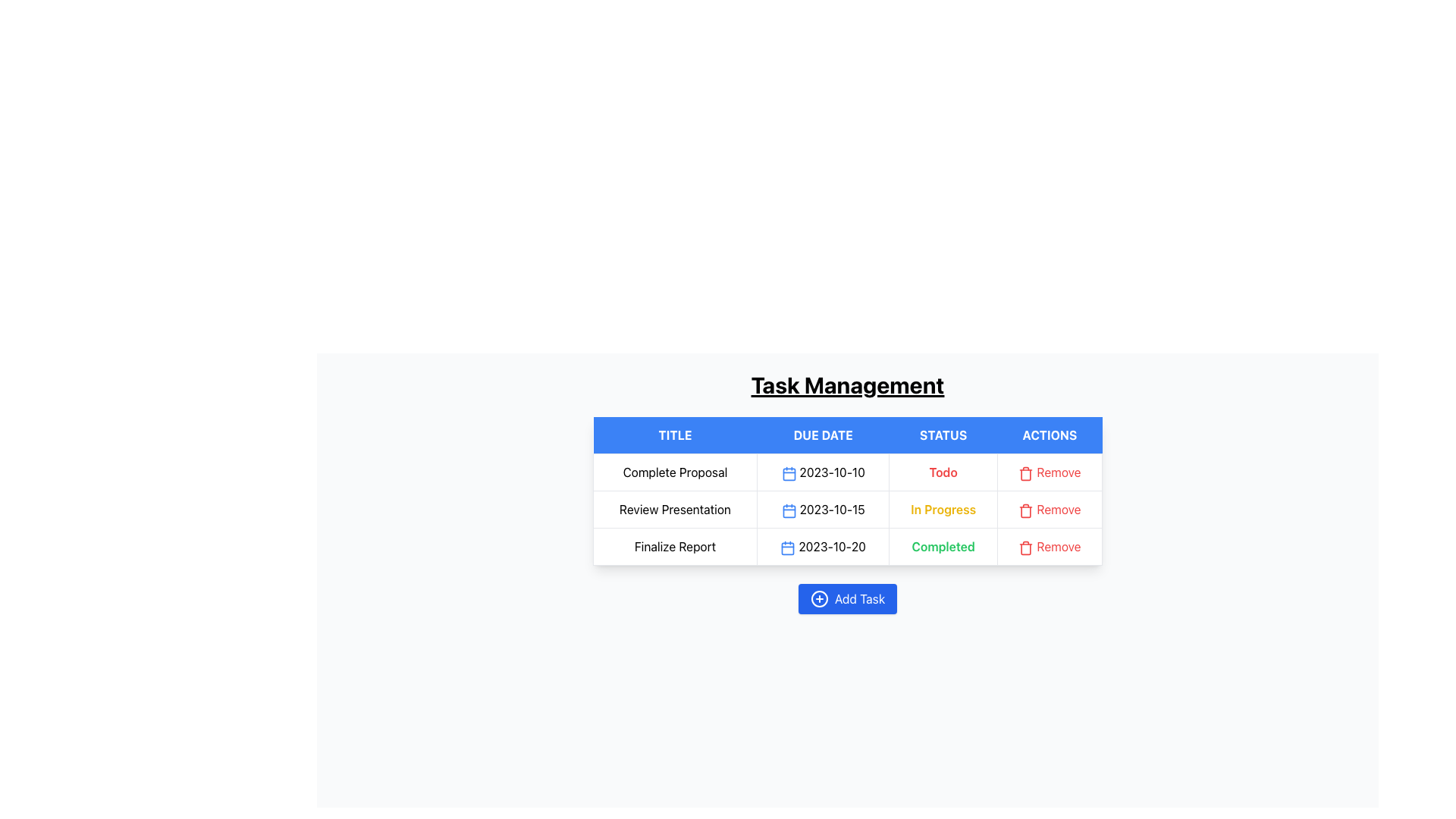  I want to click on the Table Header Row, which labels the columns of the task management table, located below the 'Task Management' heading, so click(847, 435).